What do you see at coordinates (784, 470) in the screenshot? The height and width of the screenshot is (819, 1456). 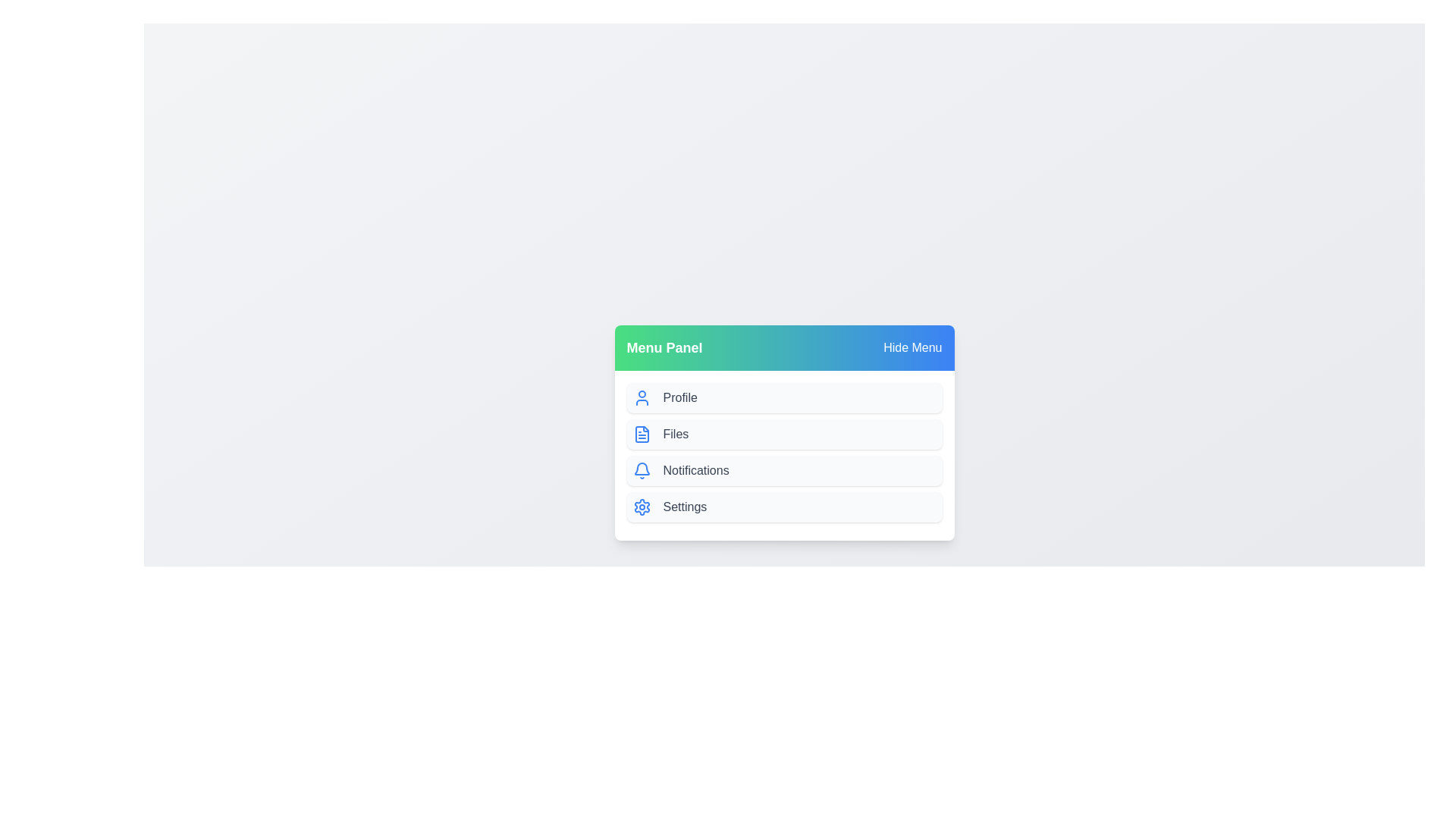 I see `the menu item Notifications` at bounding box center [784, 470].